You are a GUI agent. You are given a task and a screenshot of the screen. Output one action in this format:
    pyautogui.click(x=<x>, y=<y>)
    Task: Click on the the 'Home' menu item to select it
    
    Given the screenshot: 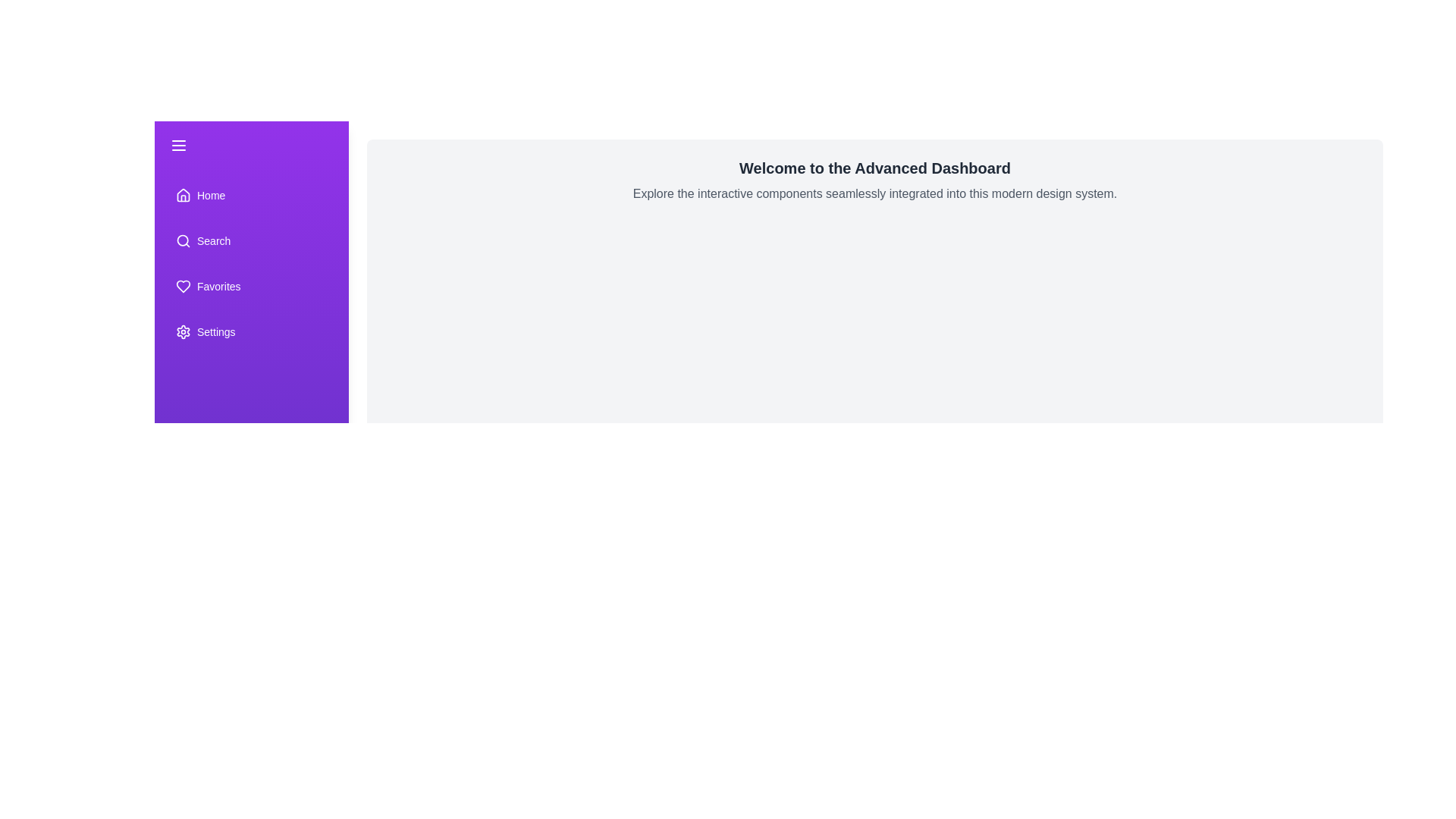 What is the action you would take?
    pyautogui.click(x=251, y=195)
    